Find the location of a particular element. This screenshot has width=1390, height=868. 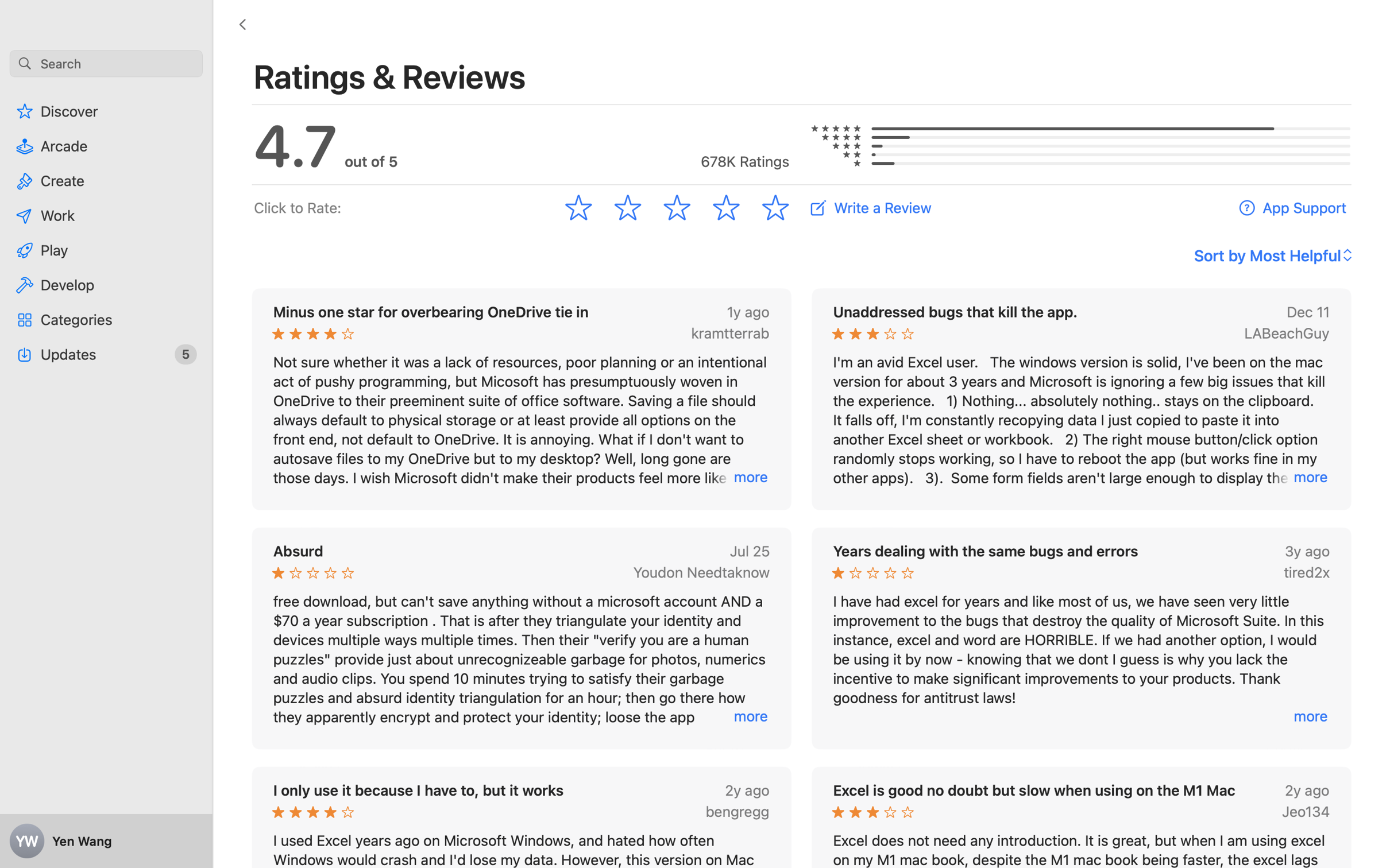

'Absurd, Jul 25, one star, Youdon Needtaknow, free download, but can' is located at coordinates (521, 638).